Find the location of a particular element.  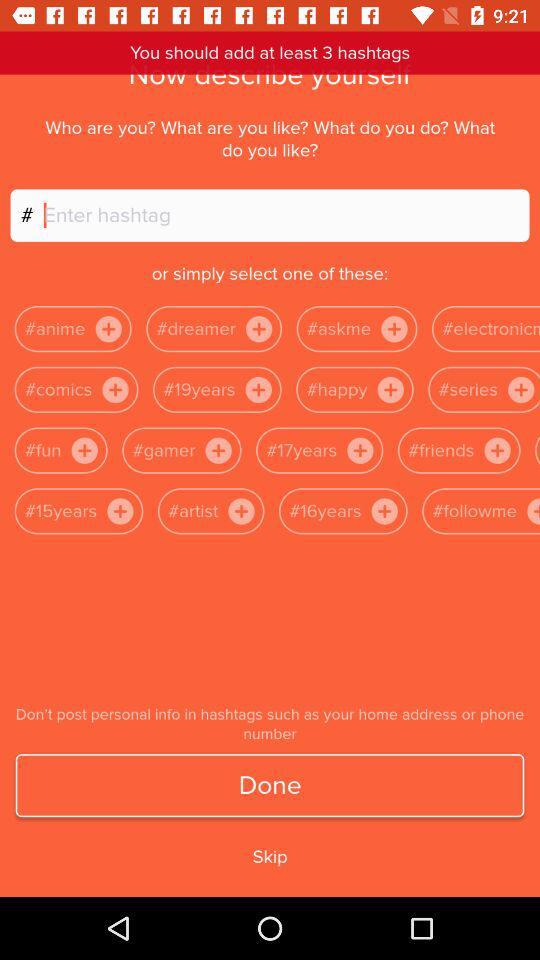

the button right to the text happy is located at coordinates (391, 388).